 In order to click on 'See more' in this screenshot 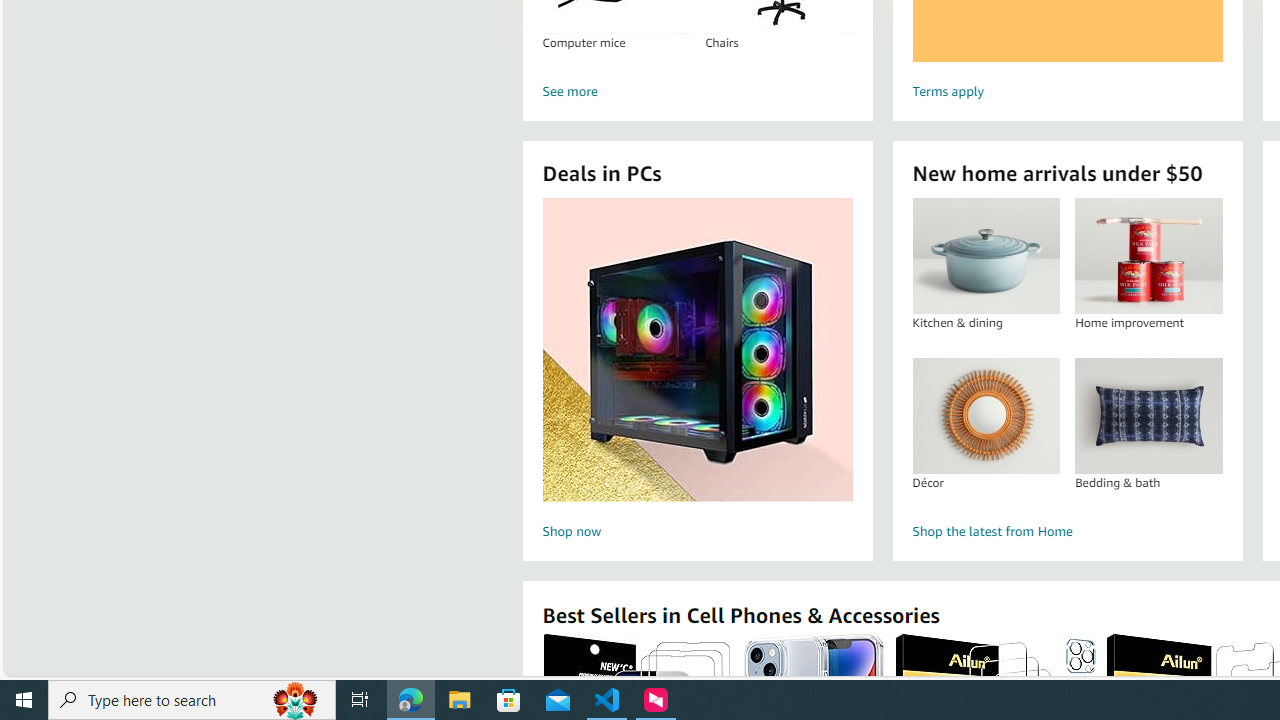, I will do `click(696, 92)`.